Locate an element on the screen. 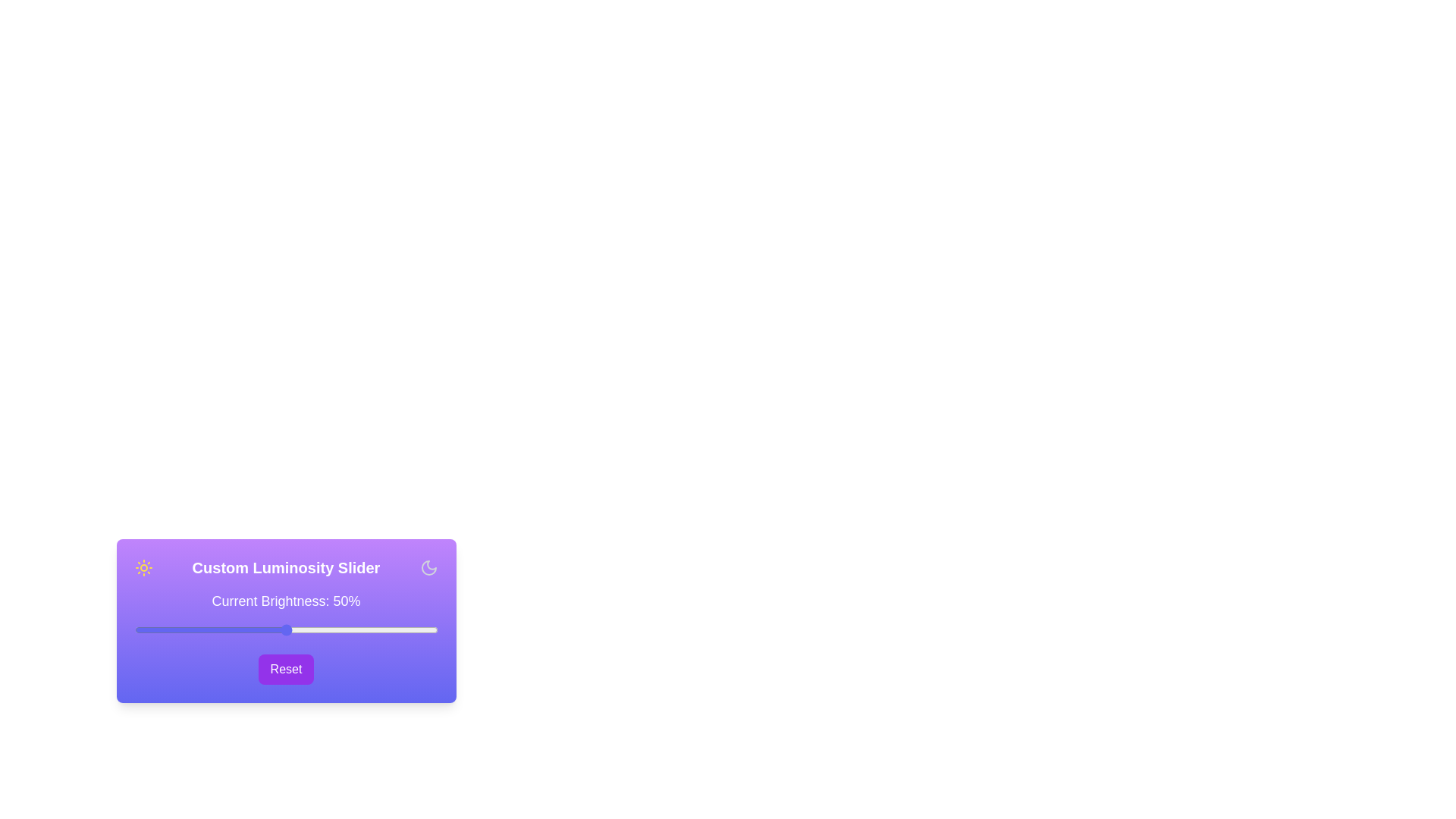 The height and width of the screenshot is (819, 1456). brightness is located at coordinates (280, 629).